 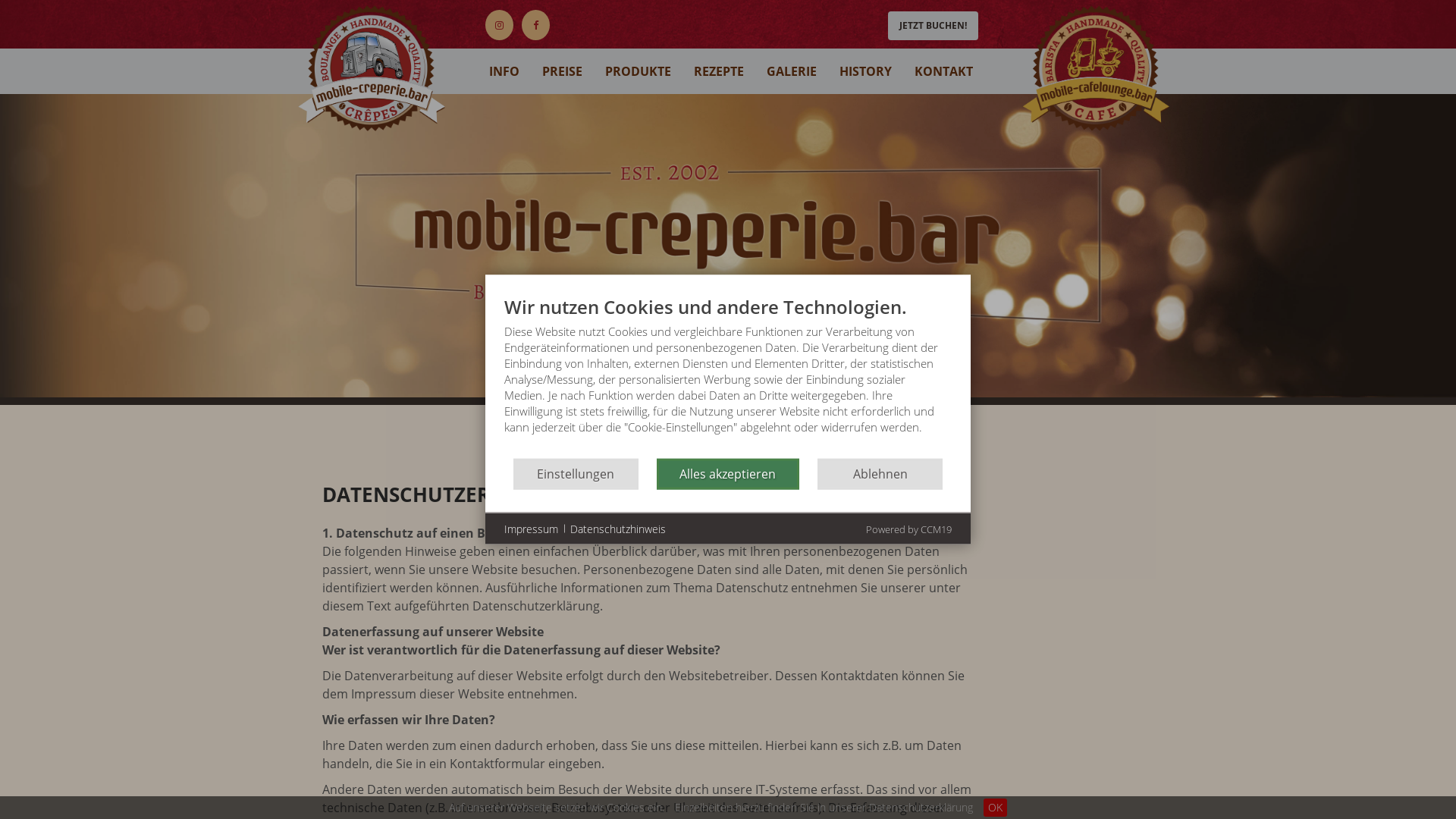 What do you see at coordinates (908, 528) in the screenshot?
I see `'Powered by CCM19'` at bounding box center [908, 528].